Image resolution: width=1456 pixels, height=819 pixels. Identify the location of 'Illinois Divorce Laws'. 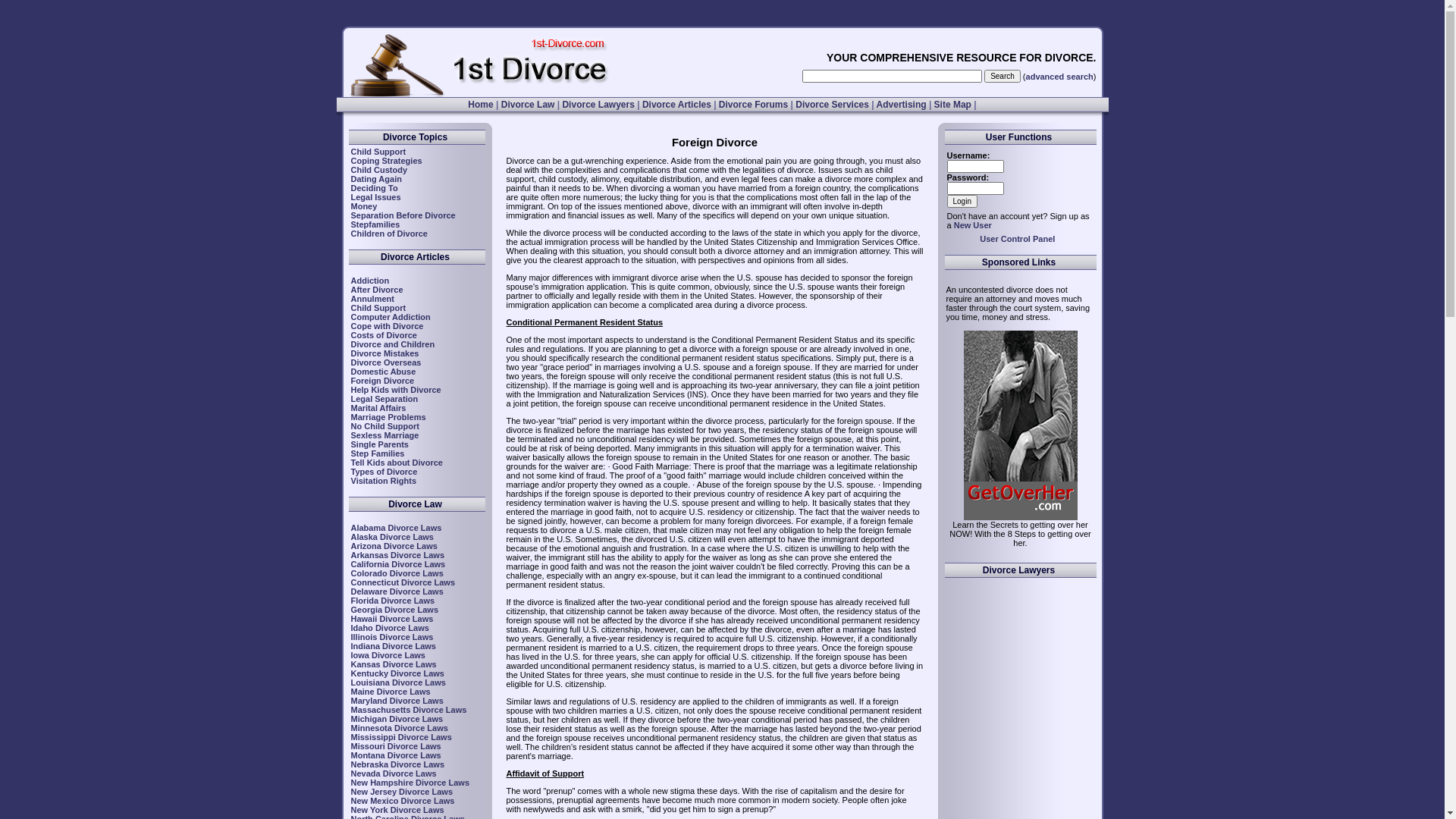
(391, 637).